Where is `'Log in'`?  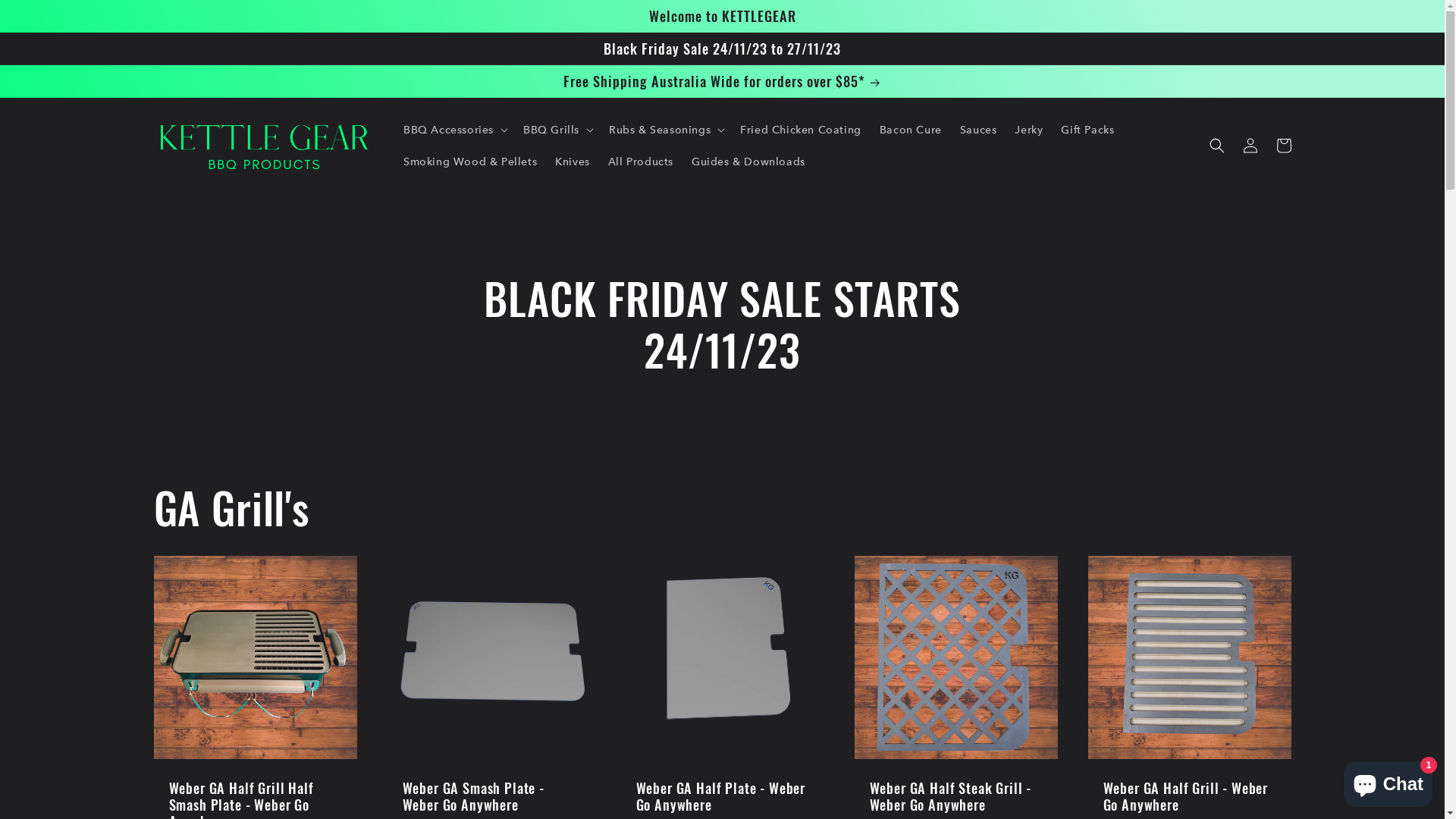
'Log in' is located at coordinates (1249, 146).